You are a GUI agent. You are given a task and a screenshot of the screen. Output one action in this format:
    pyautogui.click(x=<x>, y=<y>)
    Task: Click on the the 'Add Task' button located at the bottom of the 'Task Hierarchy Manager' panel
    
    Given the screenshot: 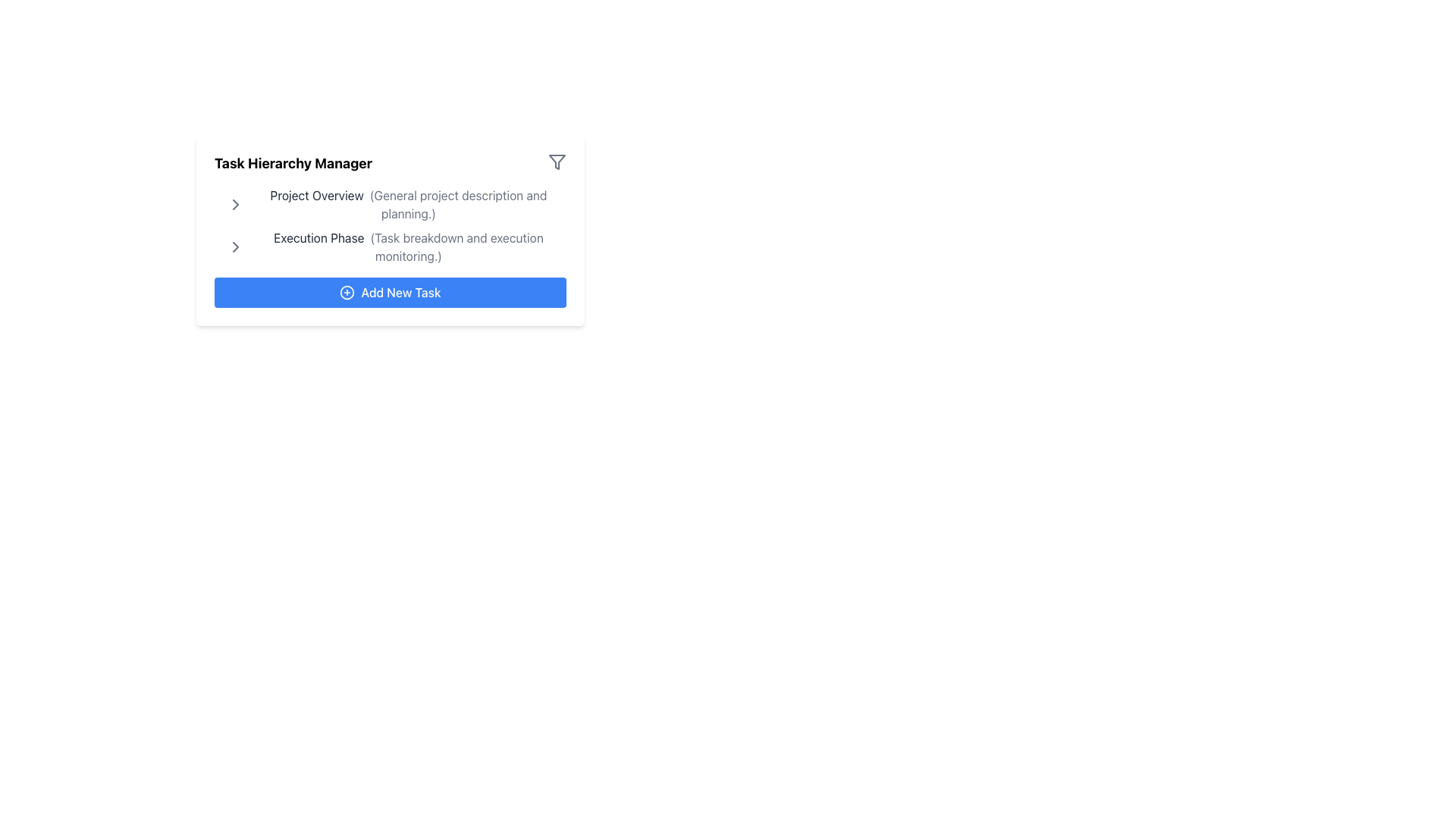 What is the action you would take?
    pyautogui.click(x=390, y=292)
    